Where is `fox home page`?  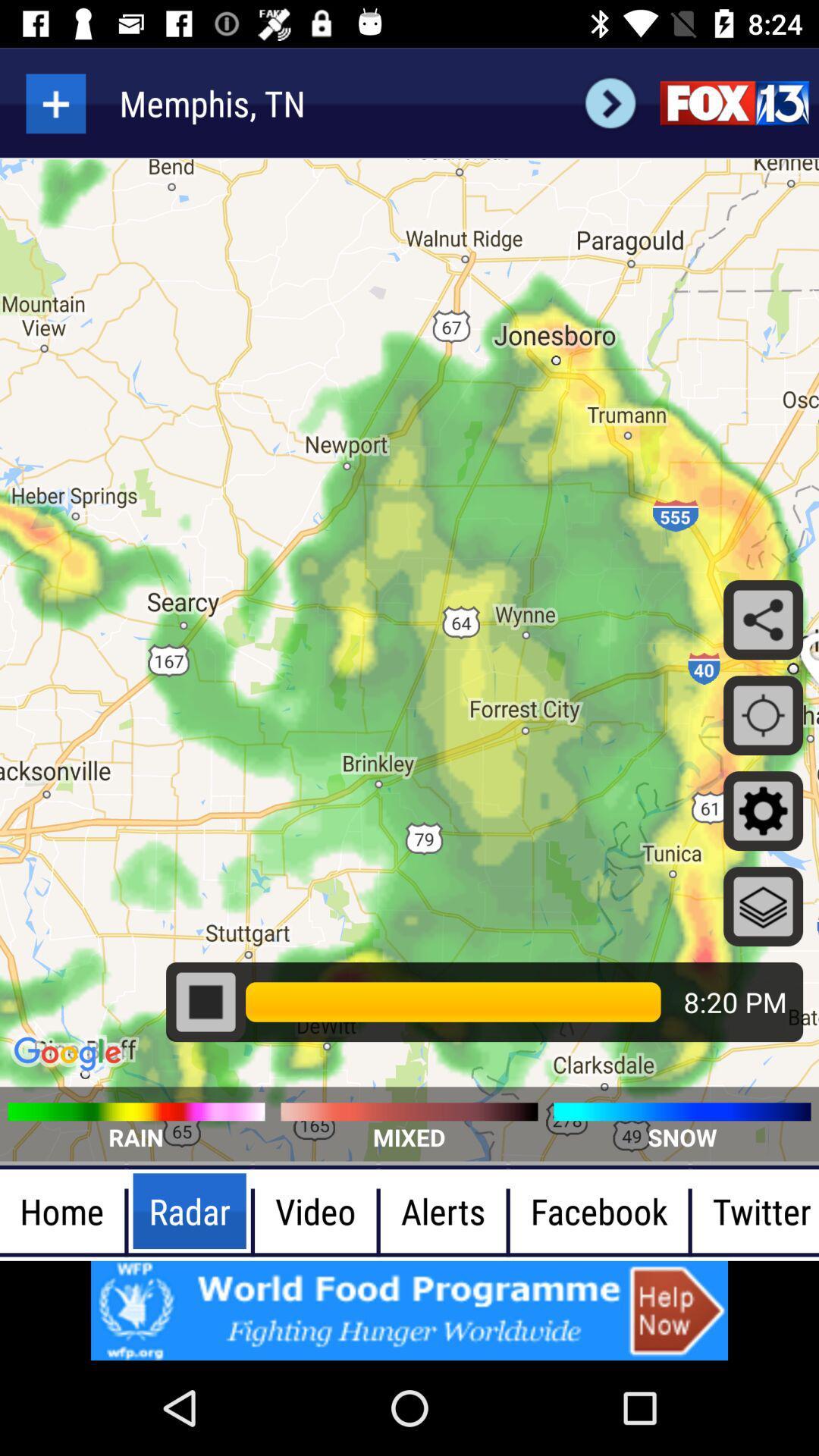 fox home page is located at coordinates (733, 102).